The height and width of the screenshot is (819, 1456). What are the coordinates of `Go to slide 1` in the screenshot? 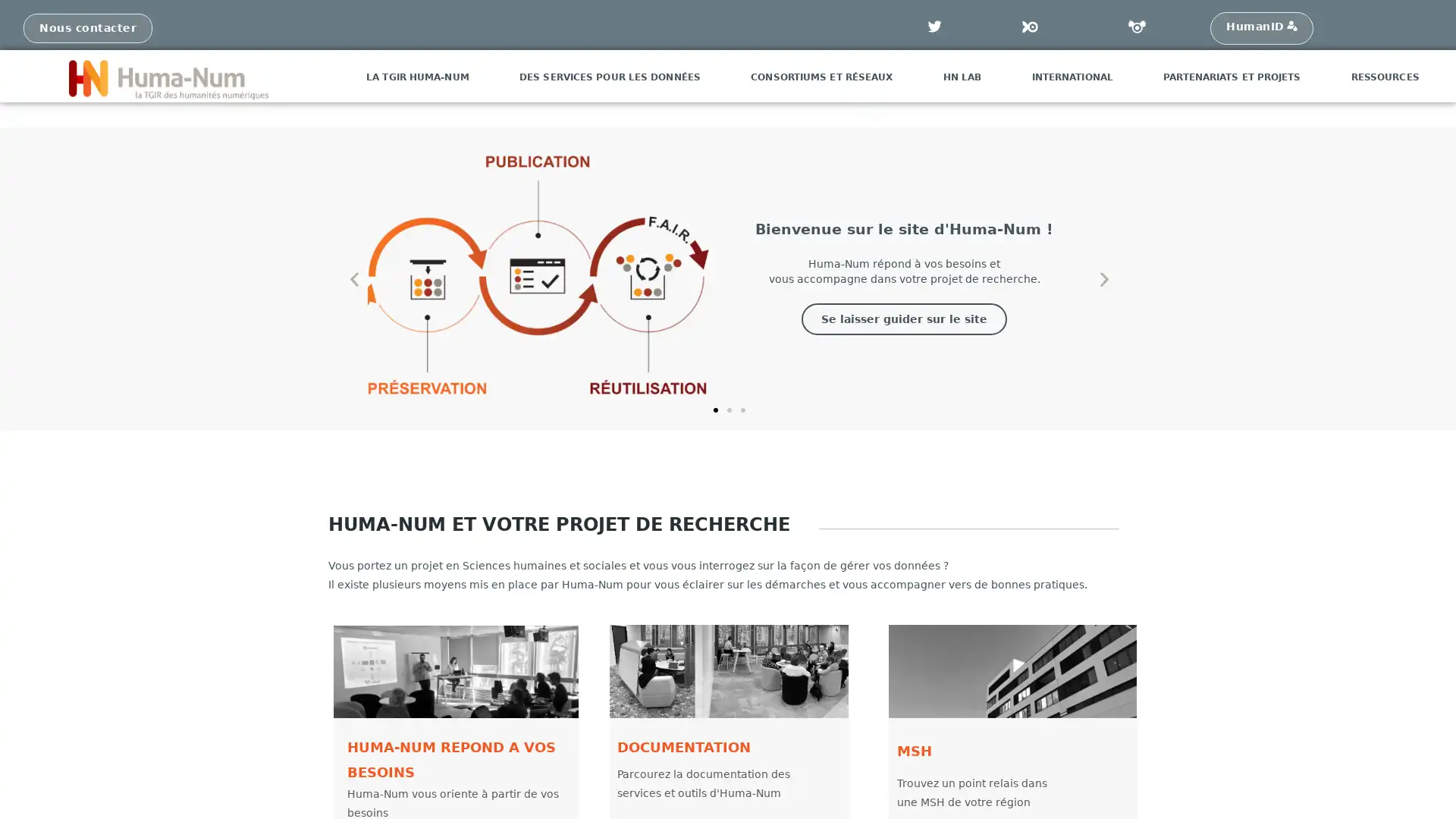 It's located at (714, 409).